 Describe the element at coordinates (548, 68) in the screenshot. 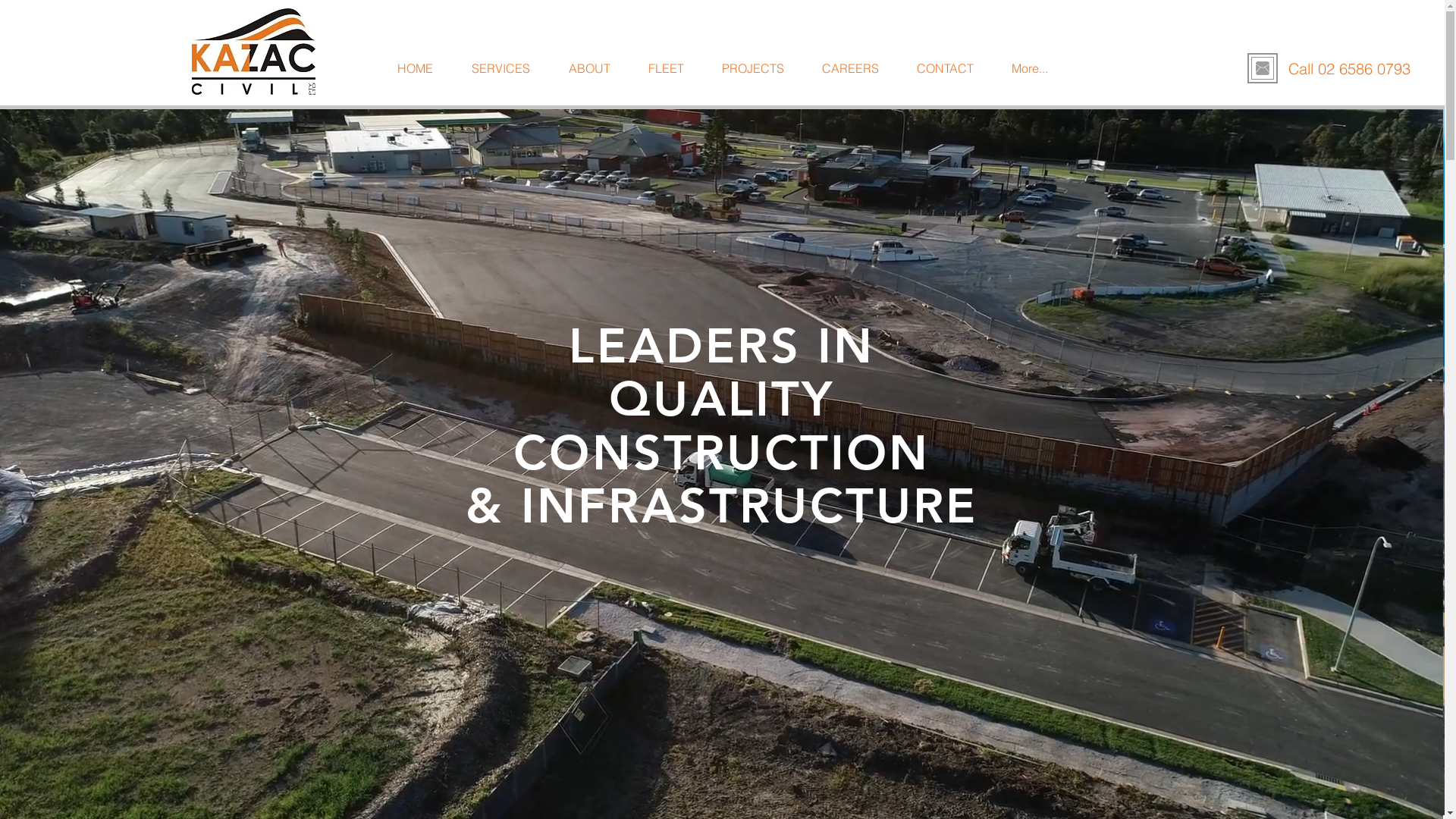

I see `'ABOUT'` at that location.